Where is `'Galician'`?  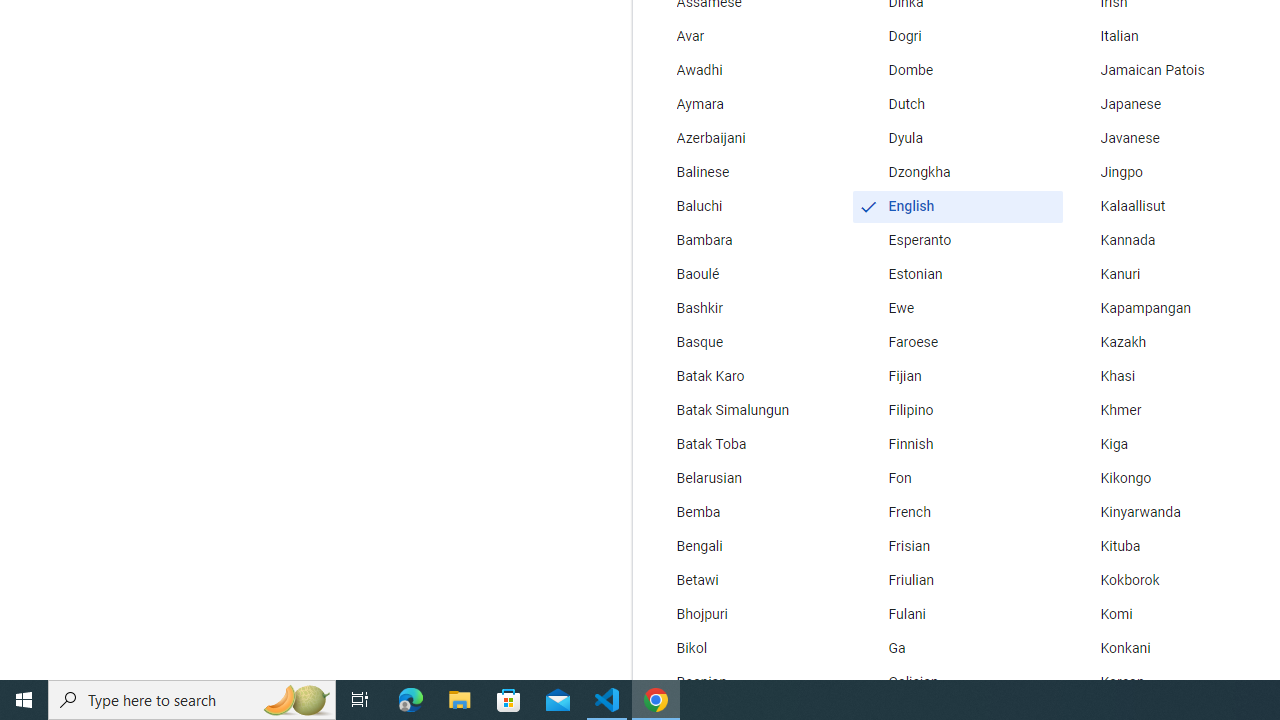 'Galician' is located at coordinates (956, 681).